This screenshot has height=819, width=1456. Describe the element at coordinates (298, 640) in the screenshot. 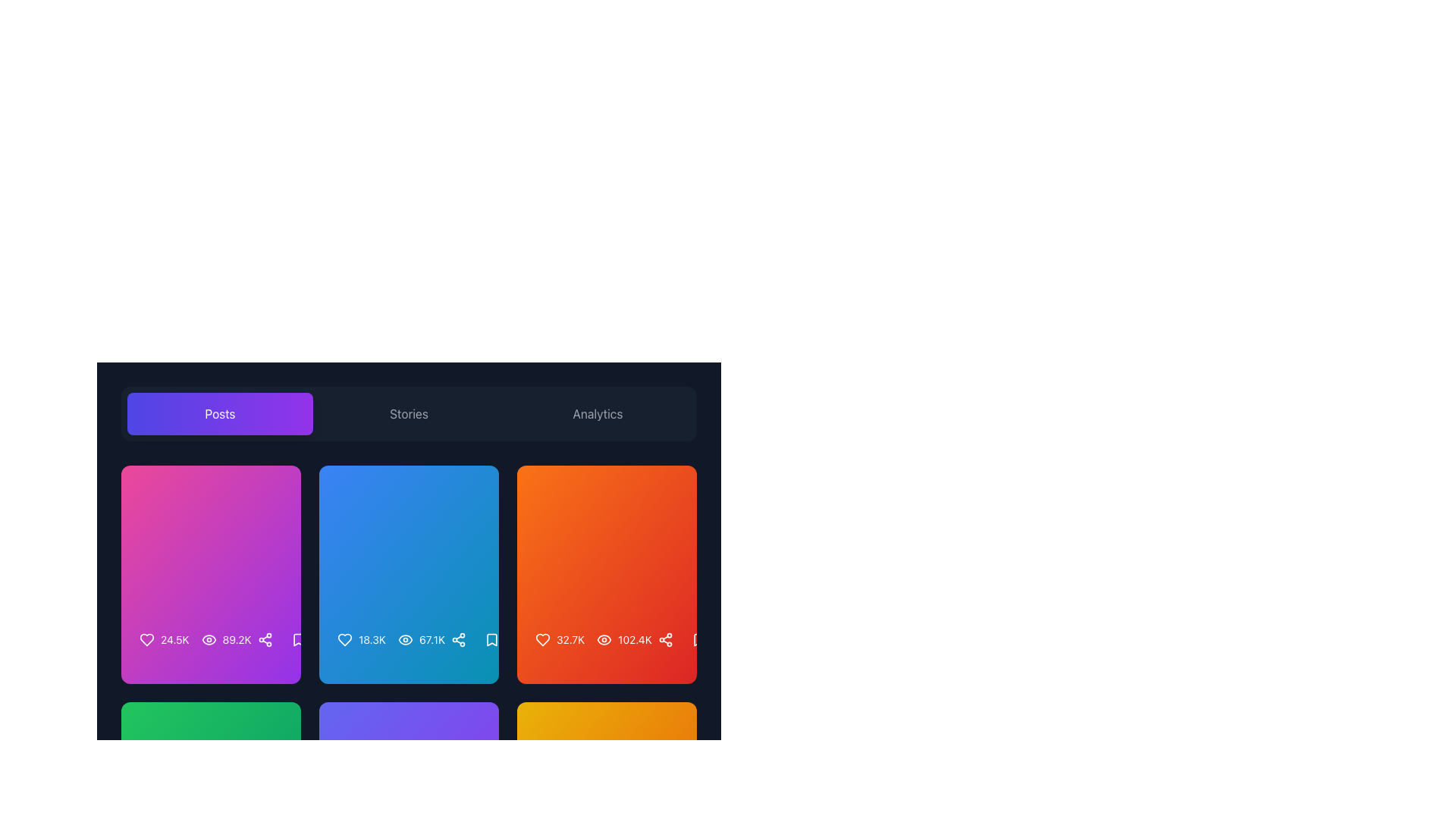

I see `the bookmark icon, which is an outlined vertical rectangle with a triangular notch at the bottom, located in the bottom-right corner of a purple gradient card in the top-left section of a grid layout` at that location.